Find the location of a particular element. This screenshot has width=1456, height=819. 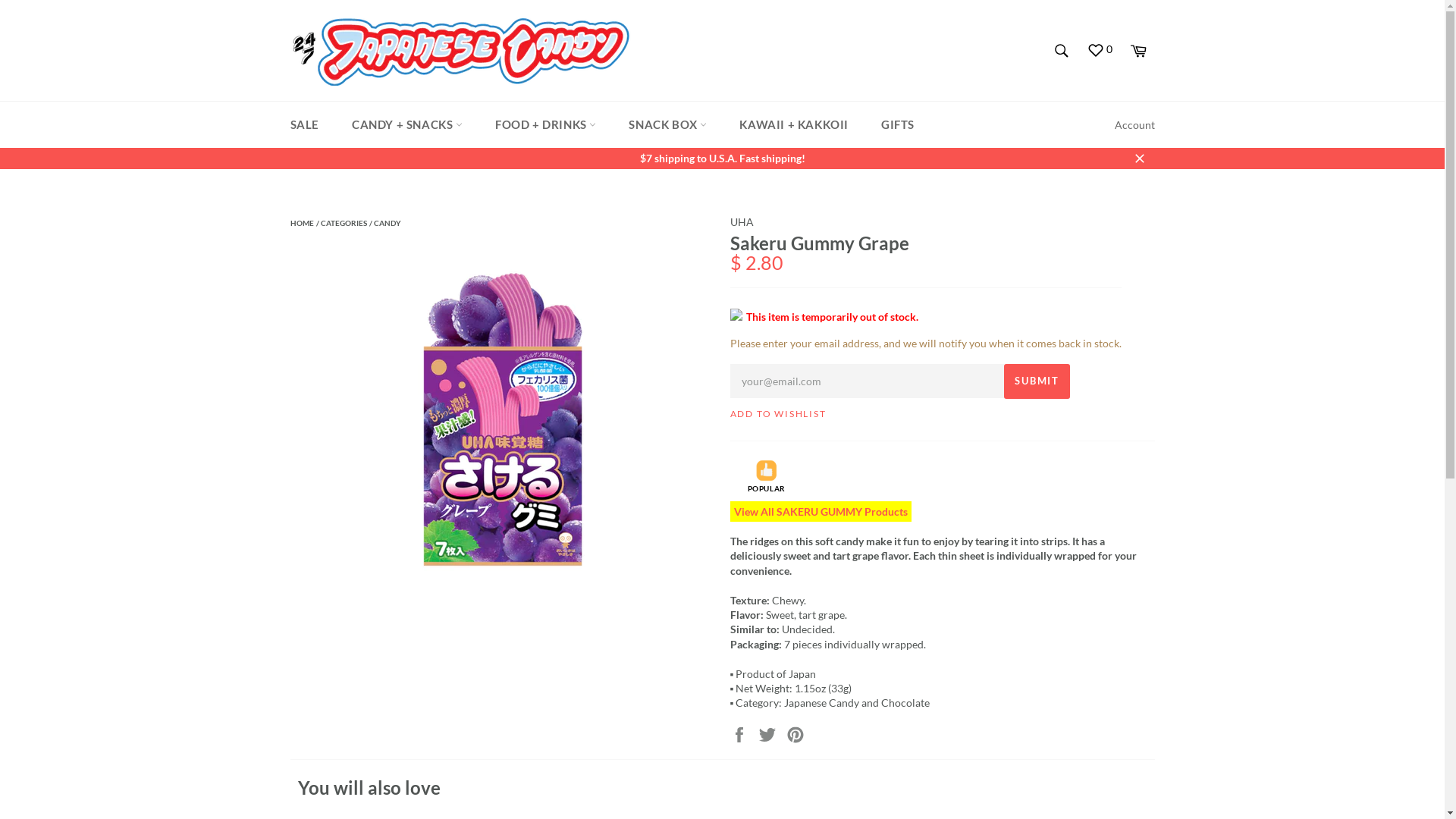

'0' is located at coordinates (1100, 49).